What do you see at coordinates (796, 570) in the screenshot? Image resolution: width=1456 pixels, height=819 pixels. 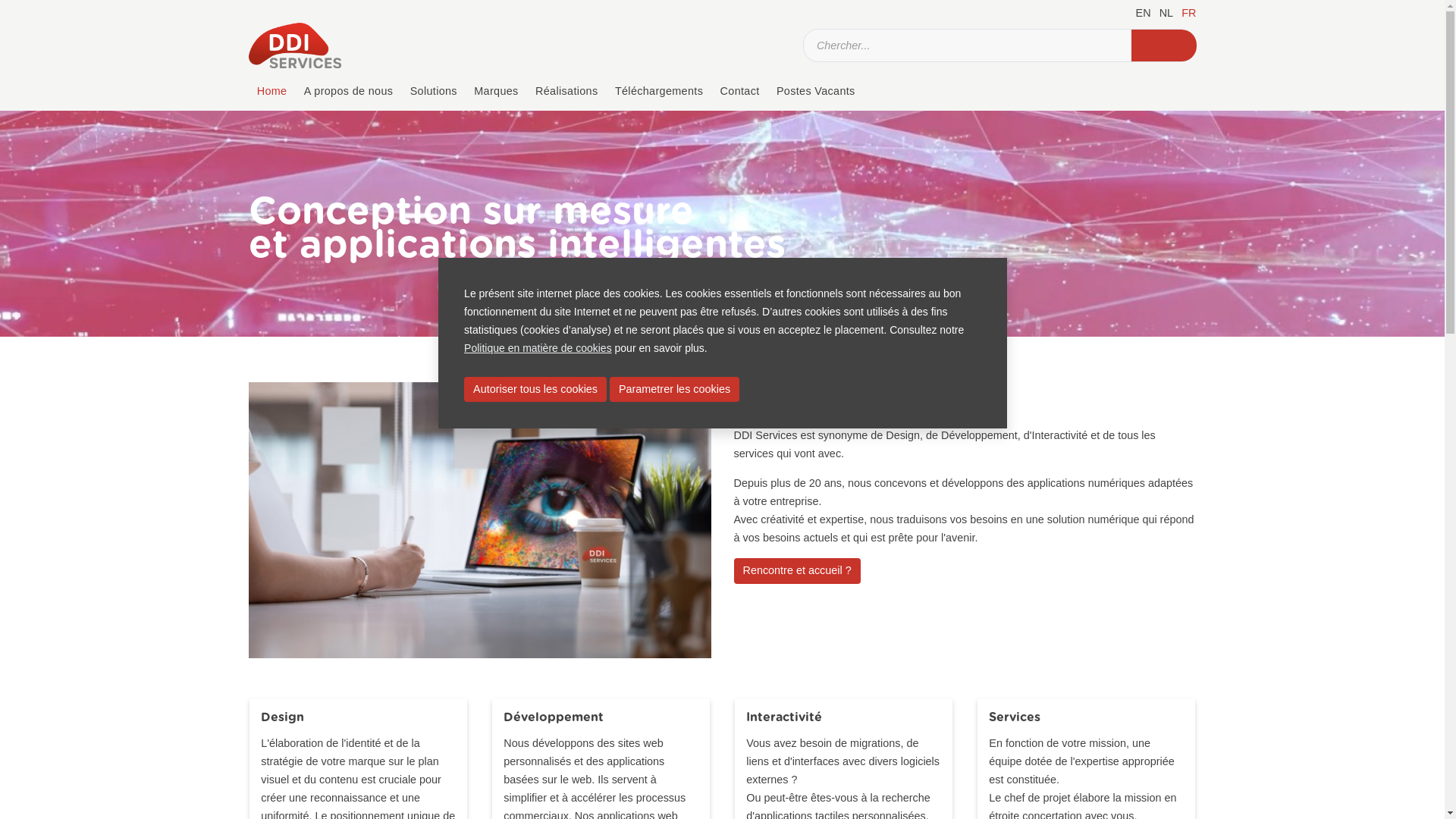 I see `'Rencontre et accueil ?'` at bounding box center [796, 570].